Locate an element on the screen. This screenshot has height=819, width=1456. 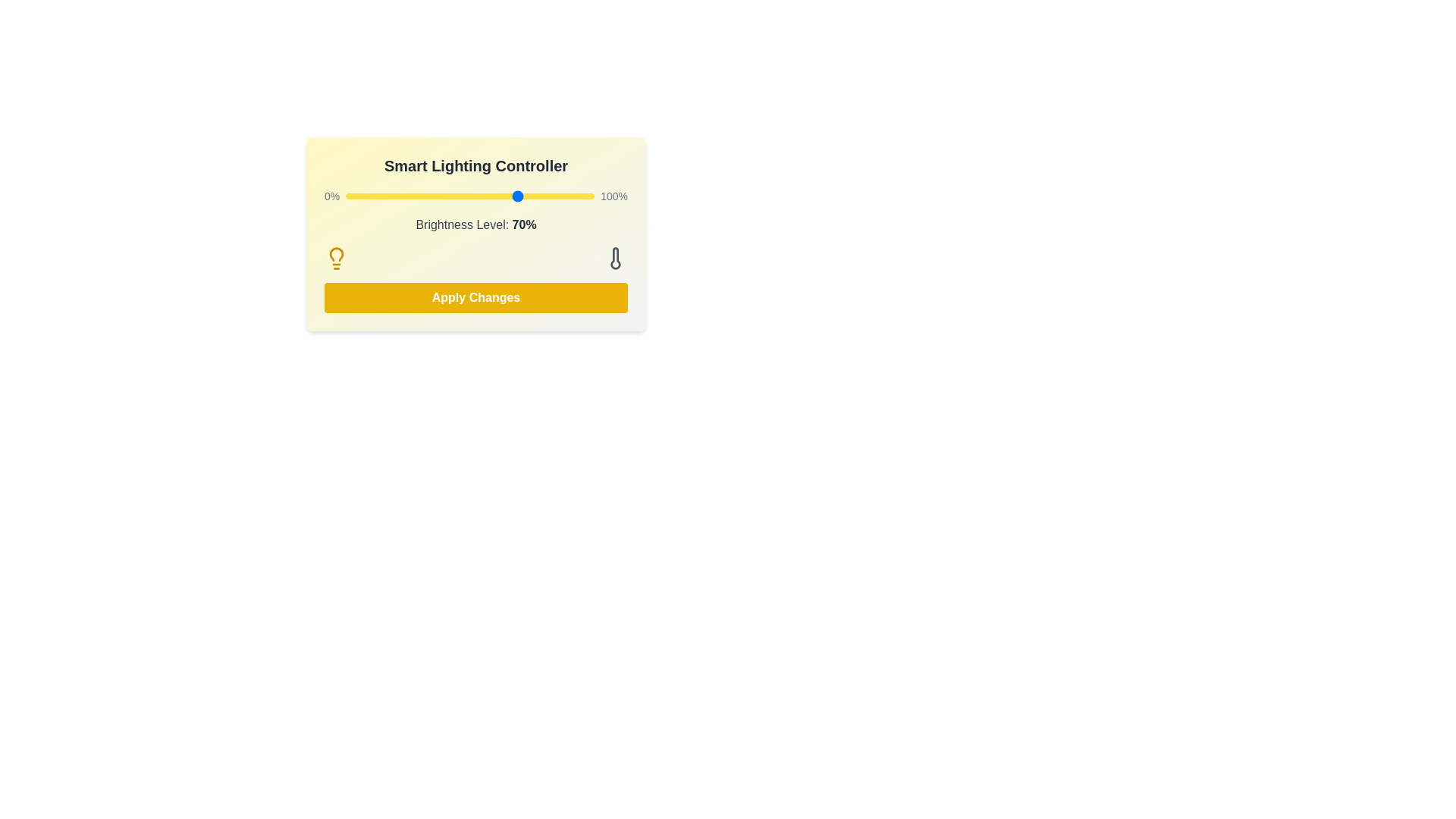
the brightness slider to set the brightness to 93% is located at coordinates (576, 195).